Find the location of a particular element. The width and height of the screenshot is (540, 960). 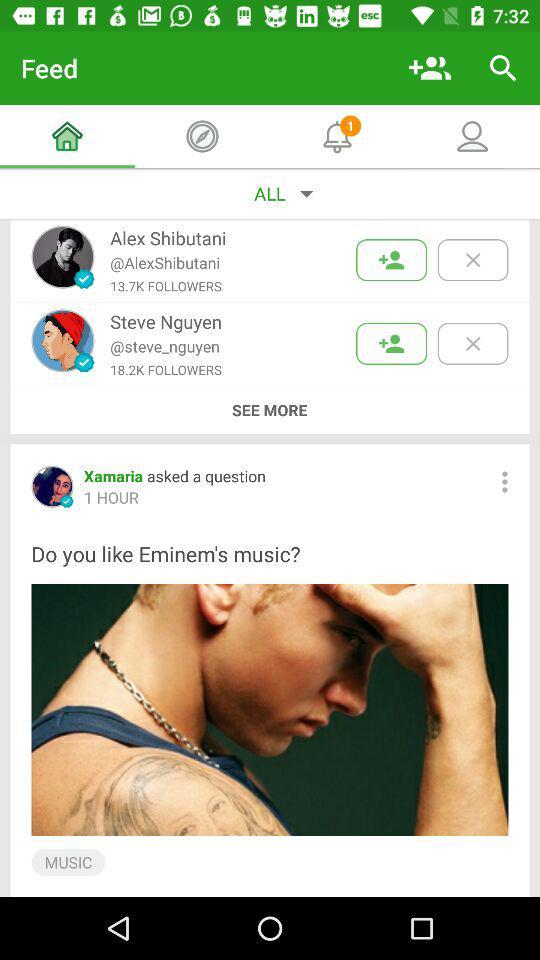

cancel is located at coordinates (472, 259).